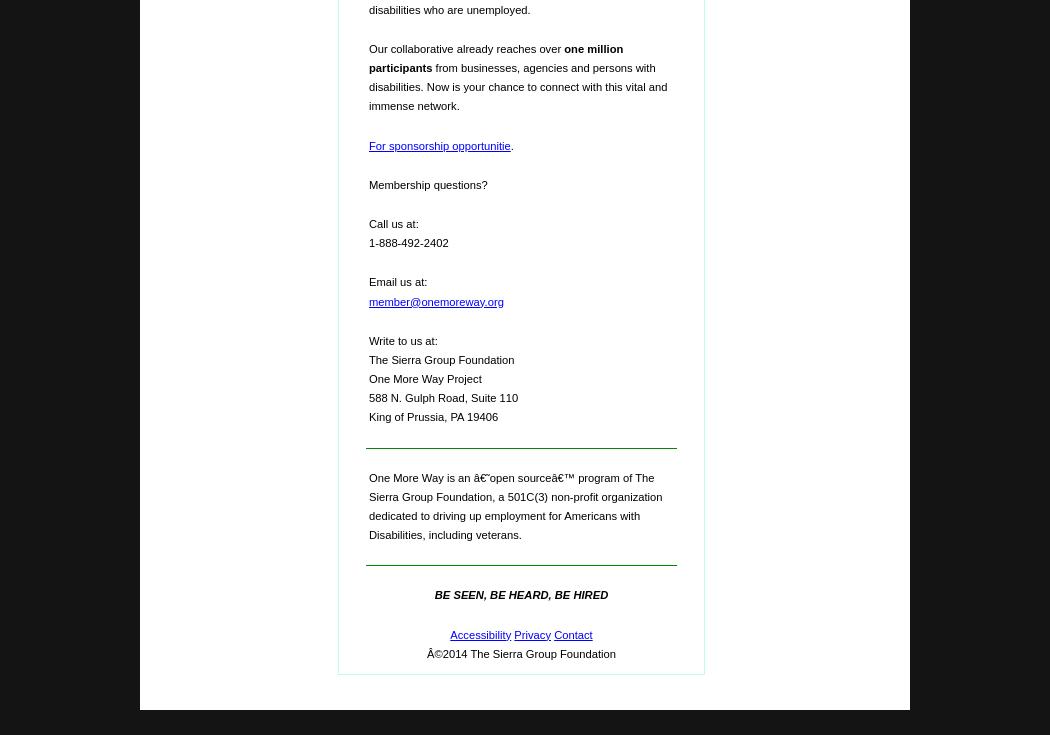  Describe the element at coordinates (495, 57) in the screenshot. I see `'one million participants'` at that location.